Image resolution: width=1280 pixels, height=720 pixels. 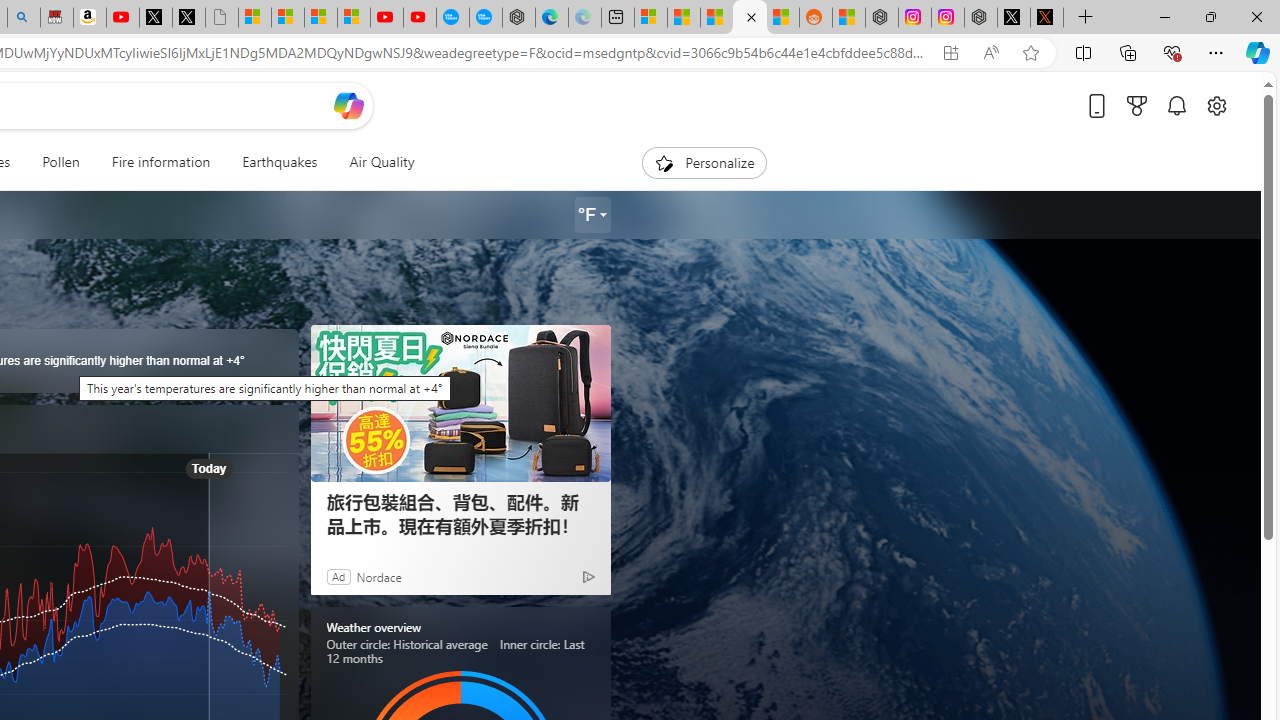 I want to click on 'Pollen', so click(x=60, y=162).